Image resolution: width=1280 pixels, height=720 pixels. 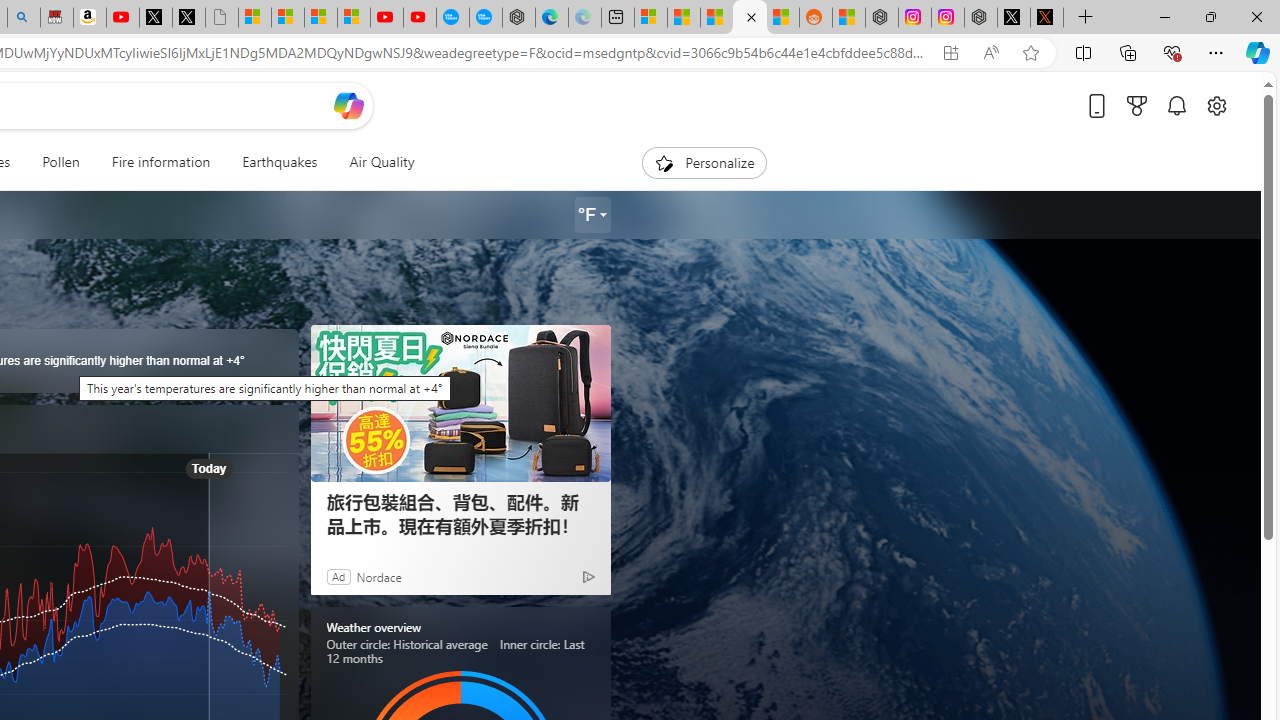 I want to click on 'Pollen', so click(x=60, y=162).